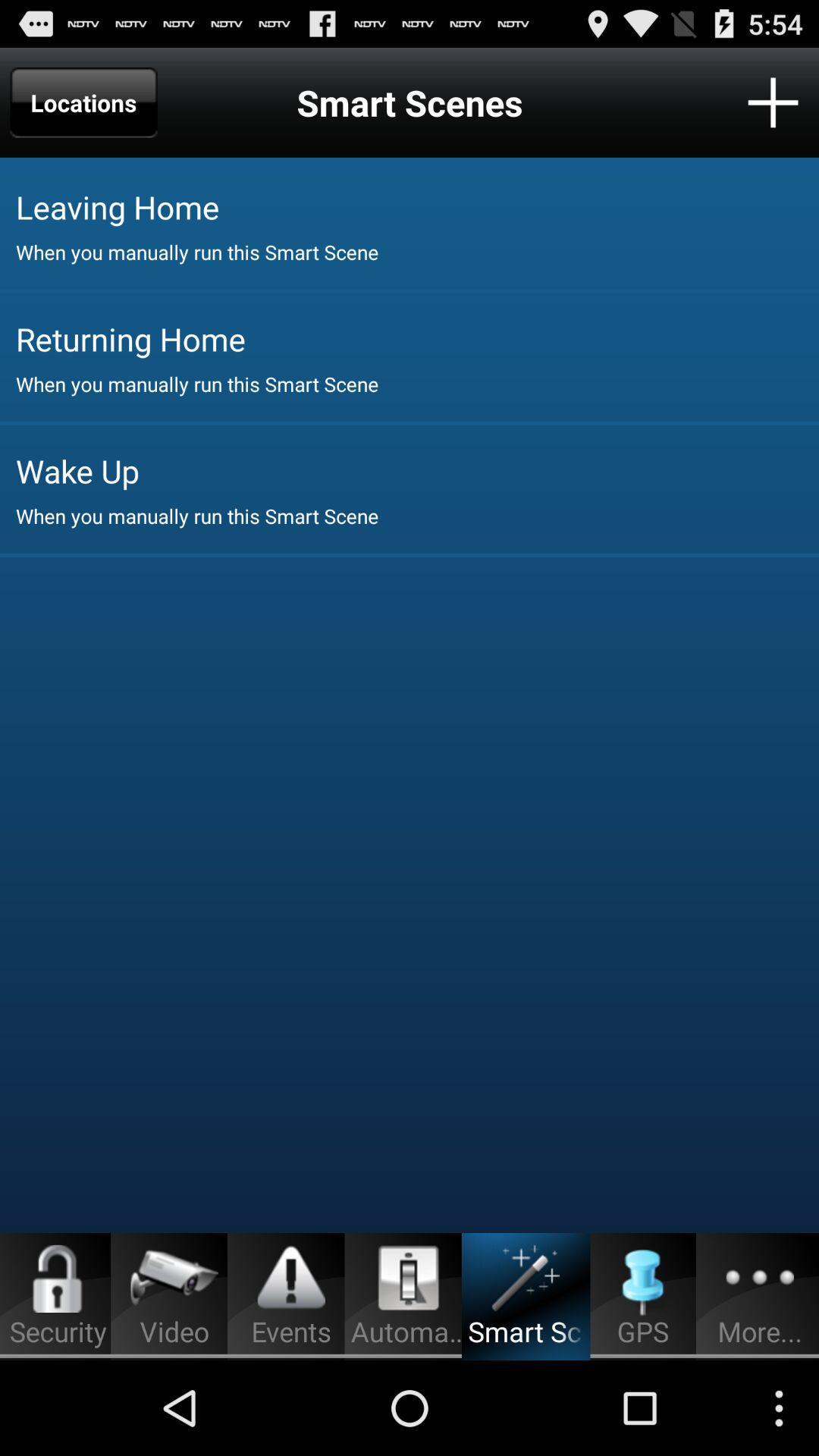 The width and height of the screenshot is (819, 1456). What do you see at coordinates (417, 469) in the screenshot?
I see `item above when you manually app` at bounding box center [417, 469].